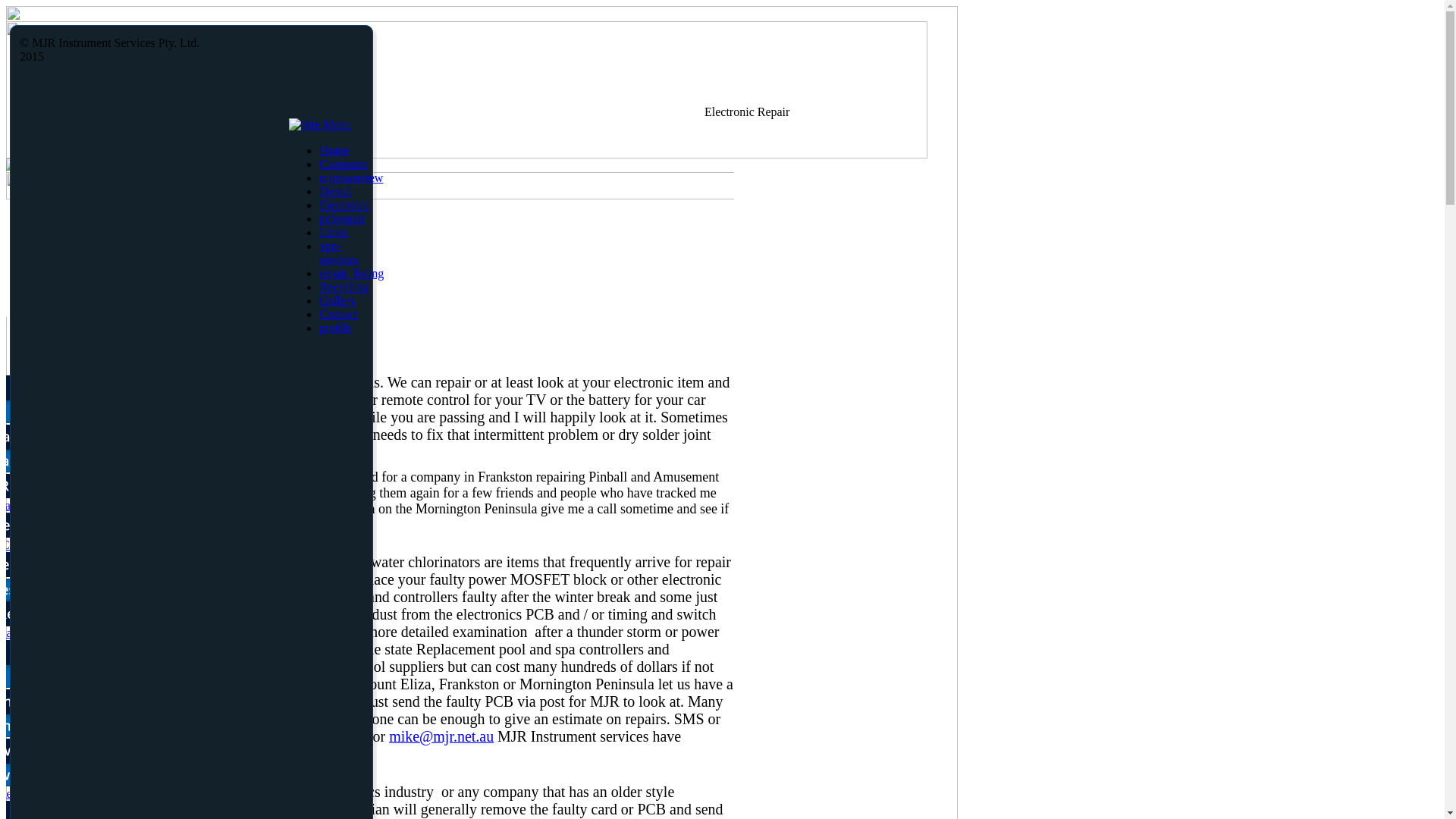  Describe the element at coordinates (350, 177) in the screenshot. I see `'mjrteamview'` at that location.